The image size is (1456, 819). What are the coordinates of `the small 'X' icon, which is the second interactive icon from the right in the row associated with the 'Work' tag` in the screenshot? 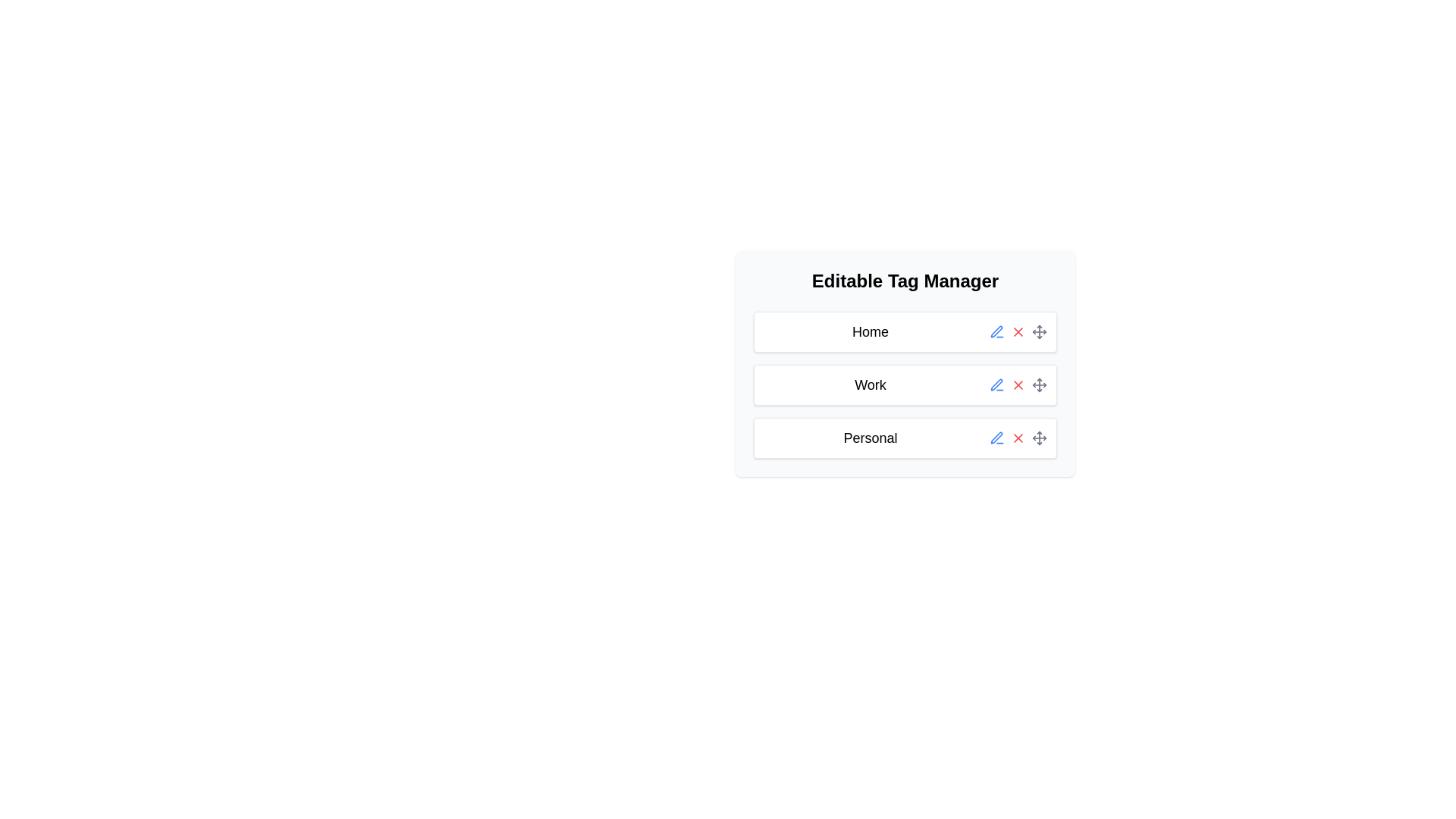 It's located at (1018, 384).